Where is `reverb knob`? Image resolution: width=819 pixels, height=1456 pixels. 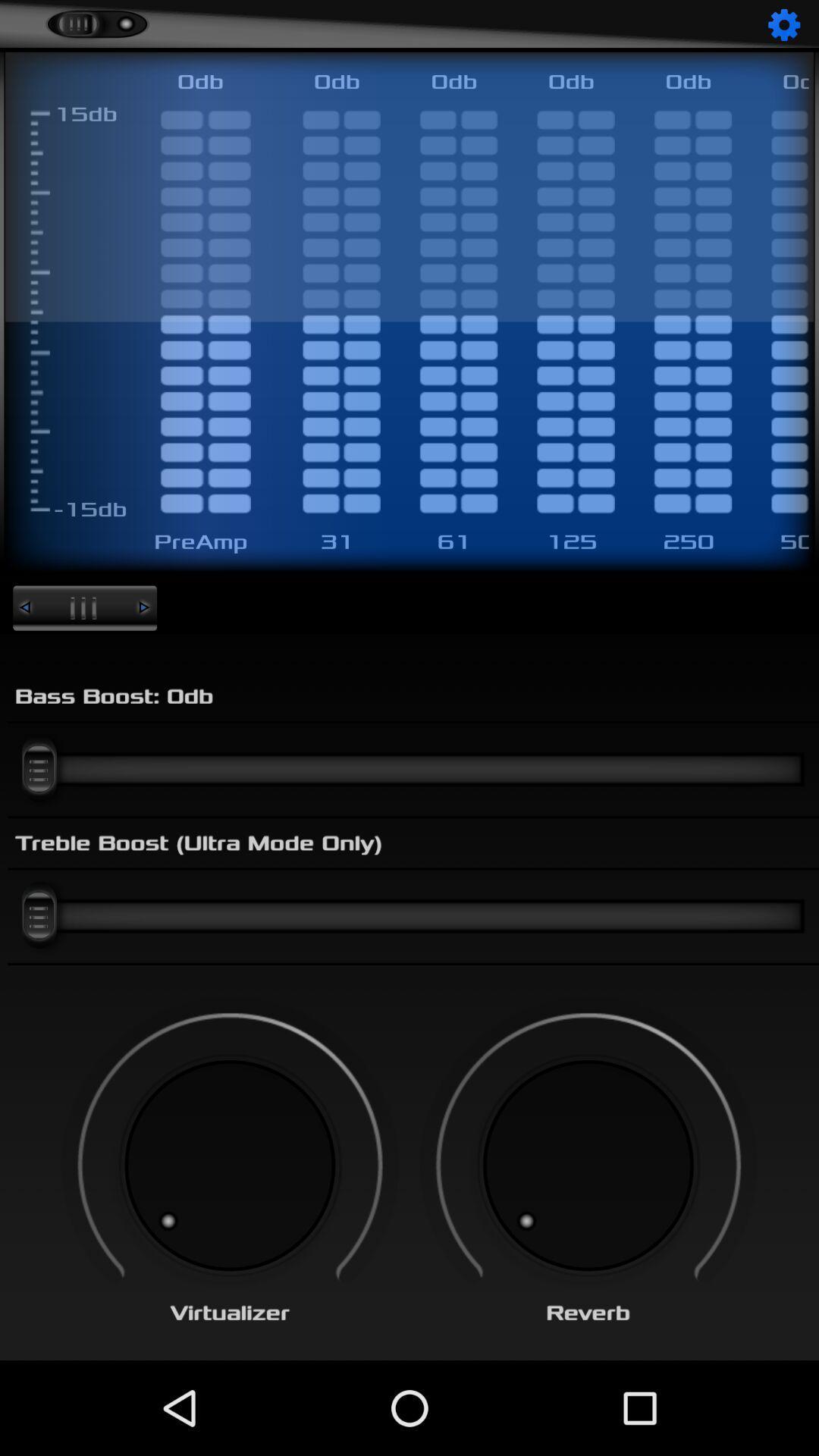
reverb knob is located at coordinates (587, 1165).